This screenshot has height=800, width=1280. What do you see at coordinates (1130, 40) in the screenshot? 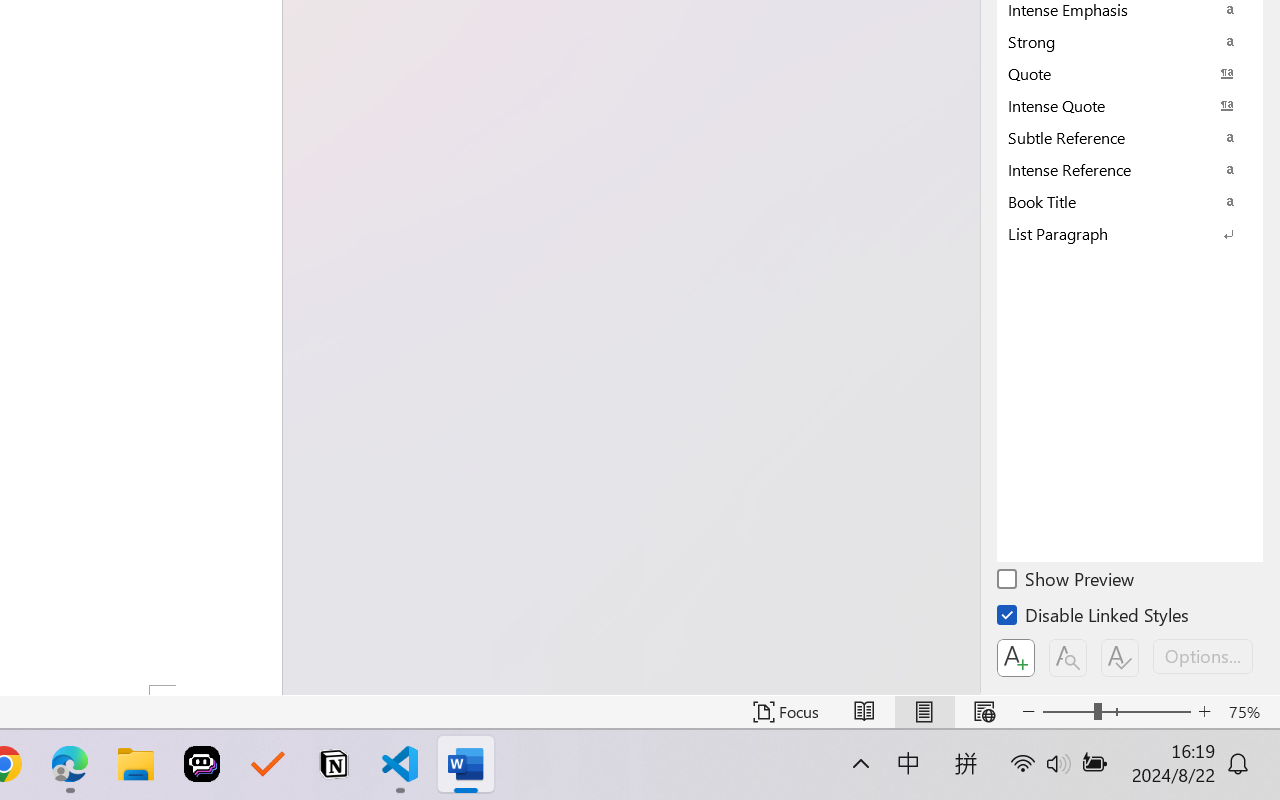
I see `'Strong'` at bounding box center [1130, 40].